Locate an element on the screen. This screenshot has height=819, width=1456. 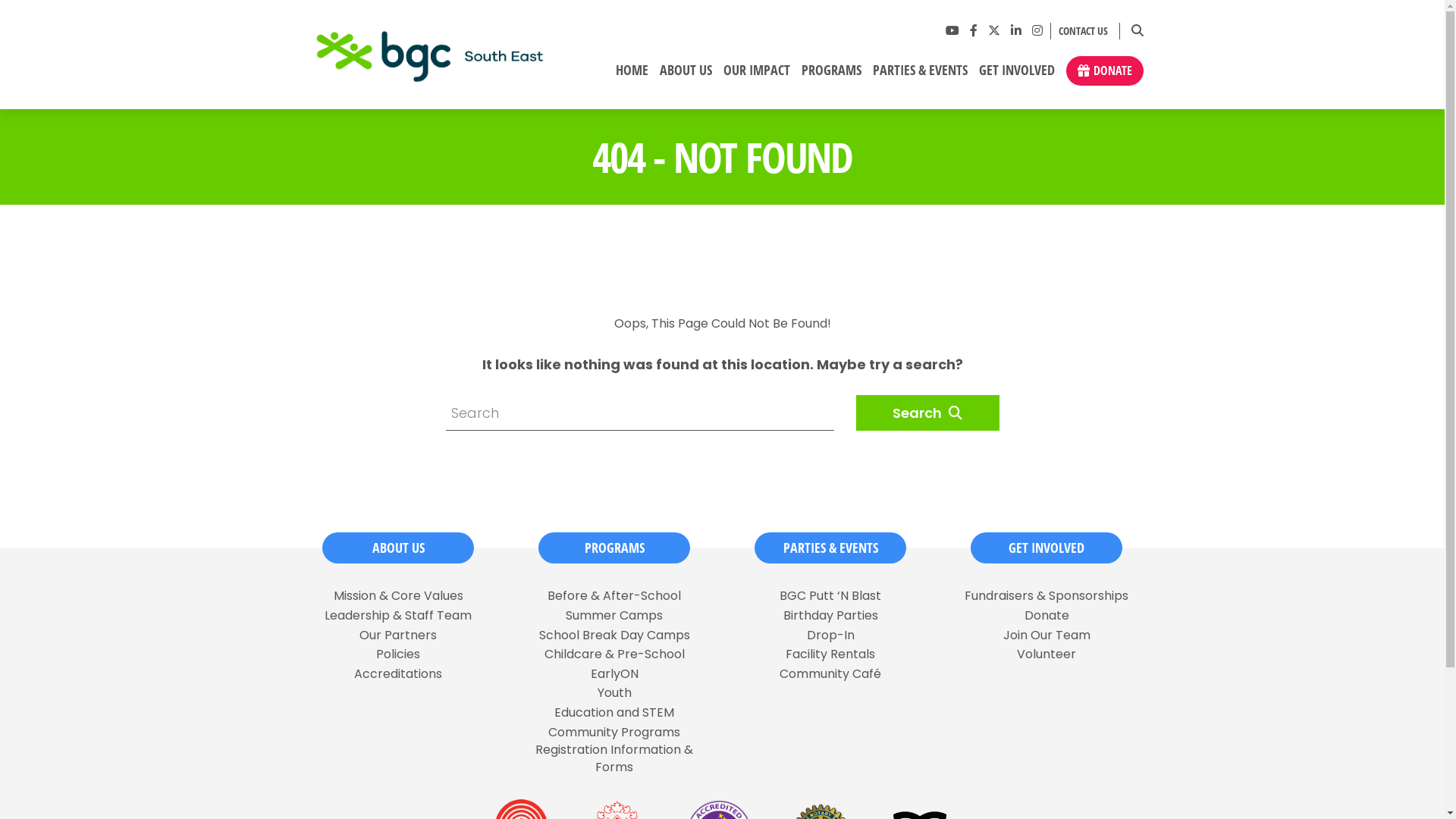
'Summer Camps' is located at coordinates (614, 616).